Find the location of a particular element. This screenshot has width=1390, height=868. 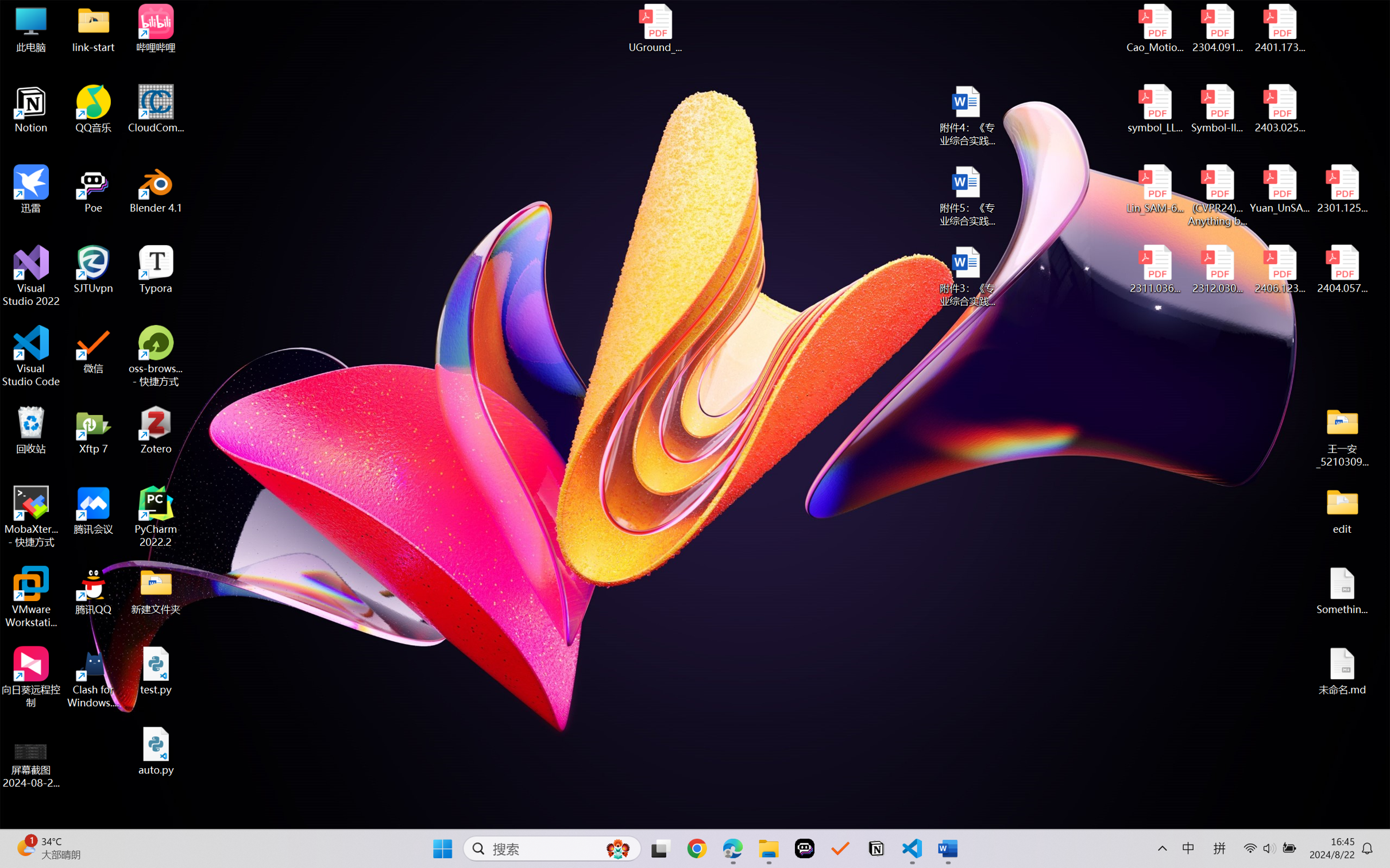

'Xftp 7' is located at coordinates (94, 429).